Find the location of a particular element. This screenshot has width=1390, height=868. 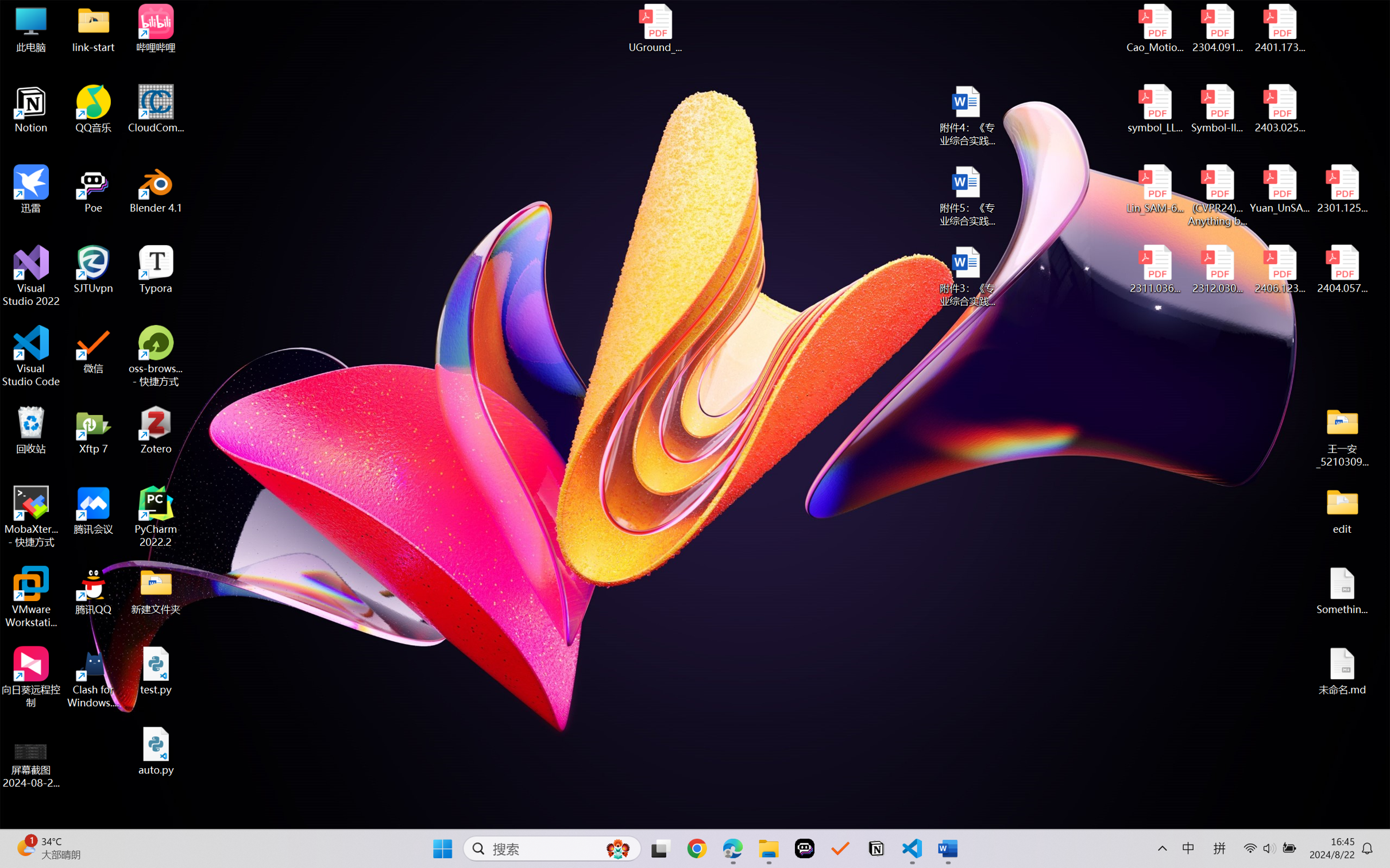

'Xftp 7' is located at coordinates (94, 429).